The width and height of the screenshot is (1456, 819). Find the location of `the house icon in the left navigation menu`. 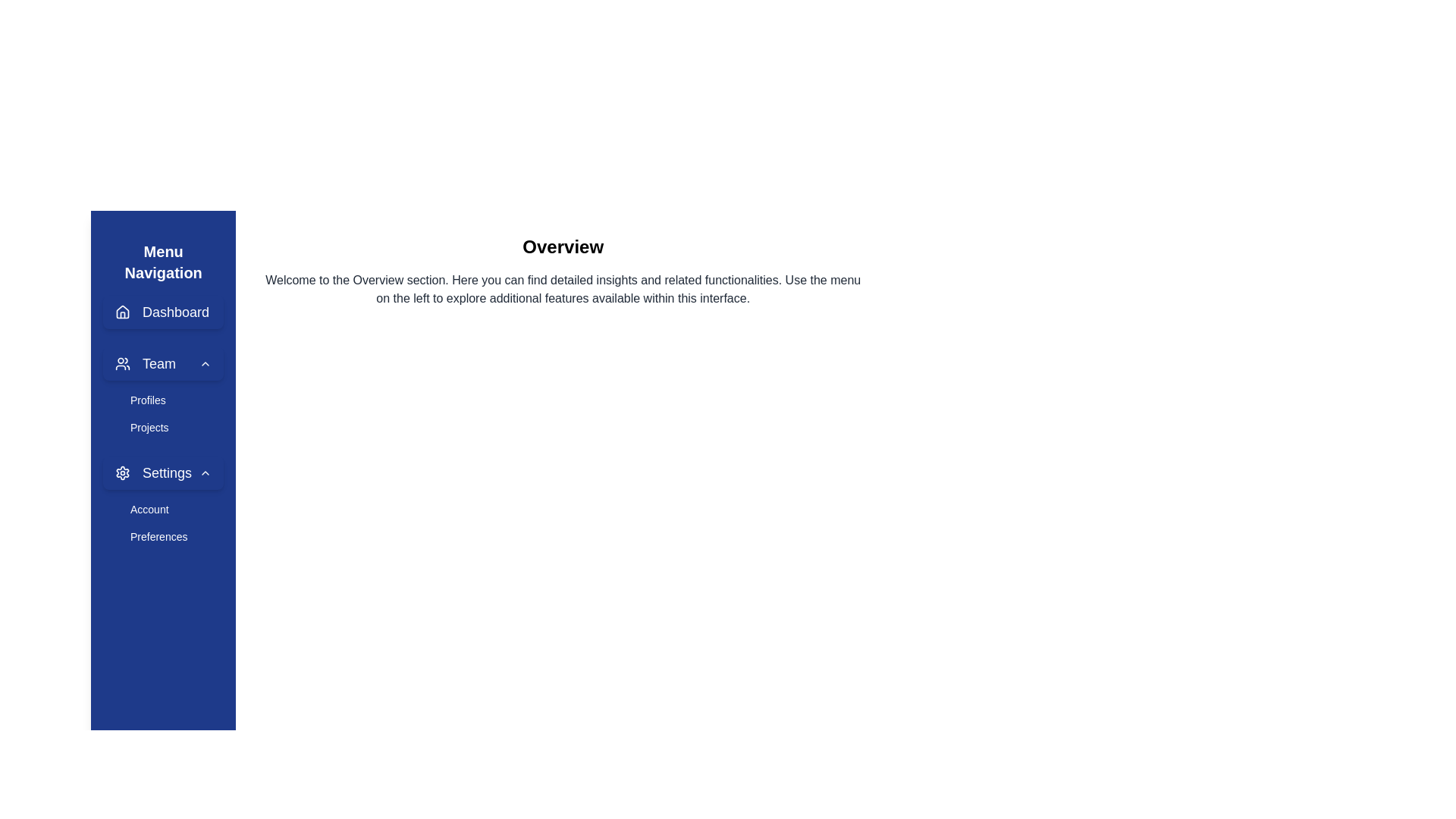

the house icon in the left navigation menu is located at coordinates (123, 312).